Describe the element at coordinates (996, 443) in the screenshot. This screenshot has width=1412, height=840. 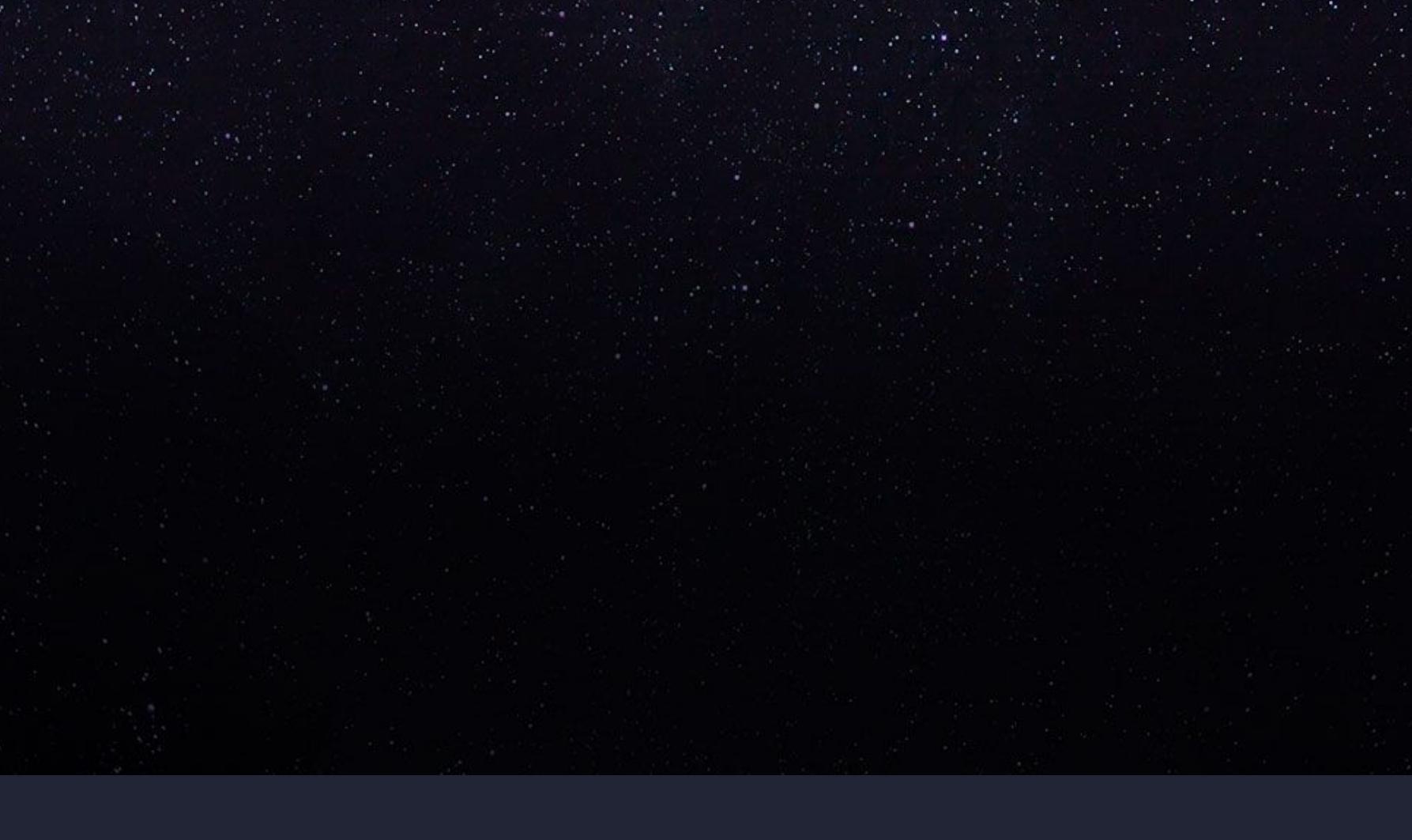
I see `'Labor Management'` at that location.